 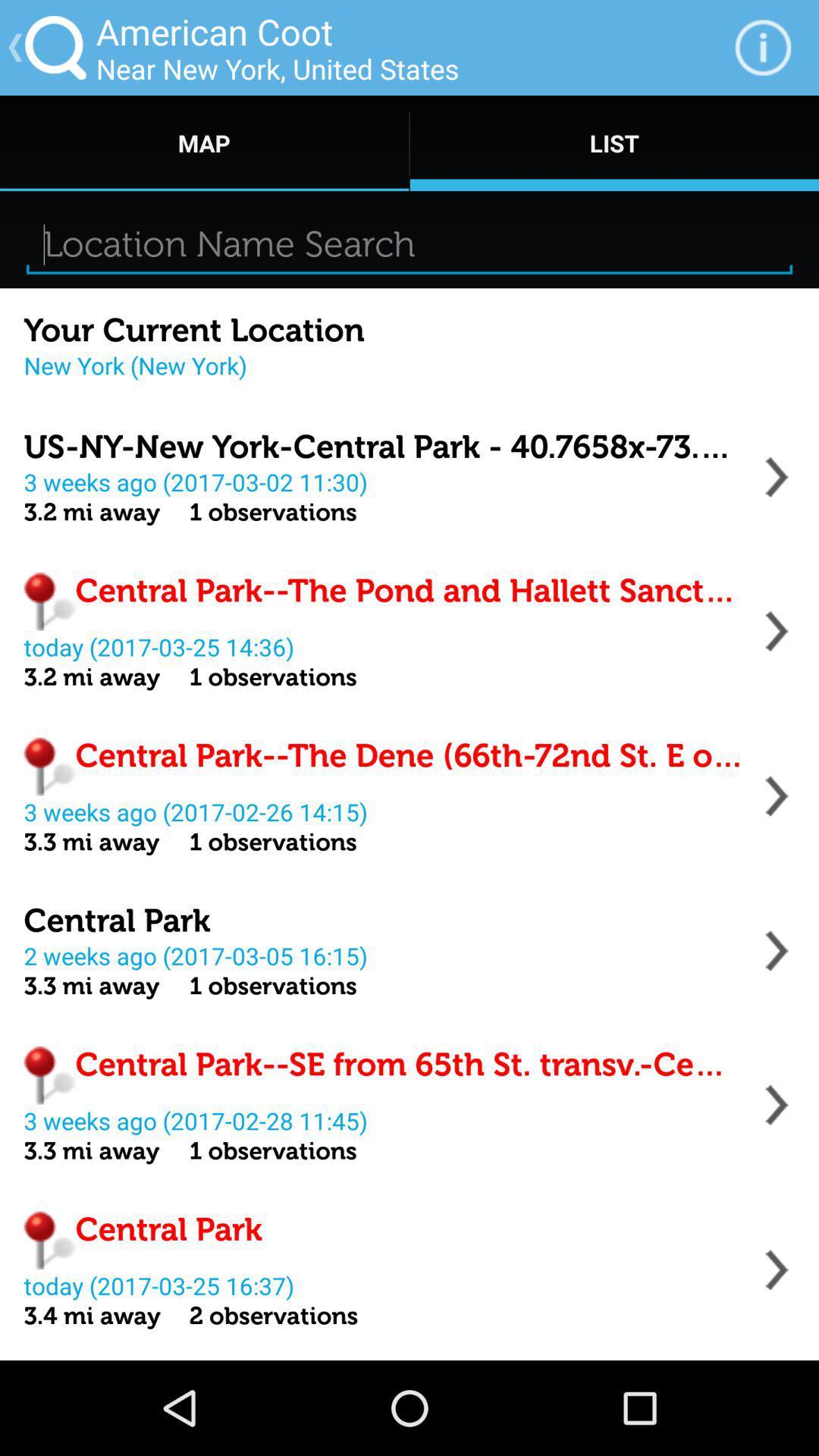 What do you see at coordinates (777, 631) in the screenshot?
I see `the second arrow head option` at bounding box center [777, 631].